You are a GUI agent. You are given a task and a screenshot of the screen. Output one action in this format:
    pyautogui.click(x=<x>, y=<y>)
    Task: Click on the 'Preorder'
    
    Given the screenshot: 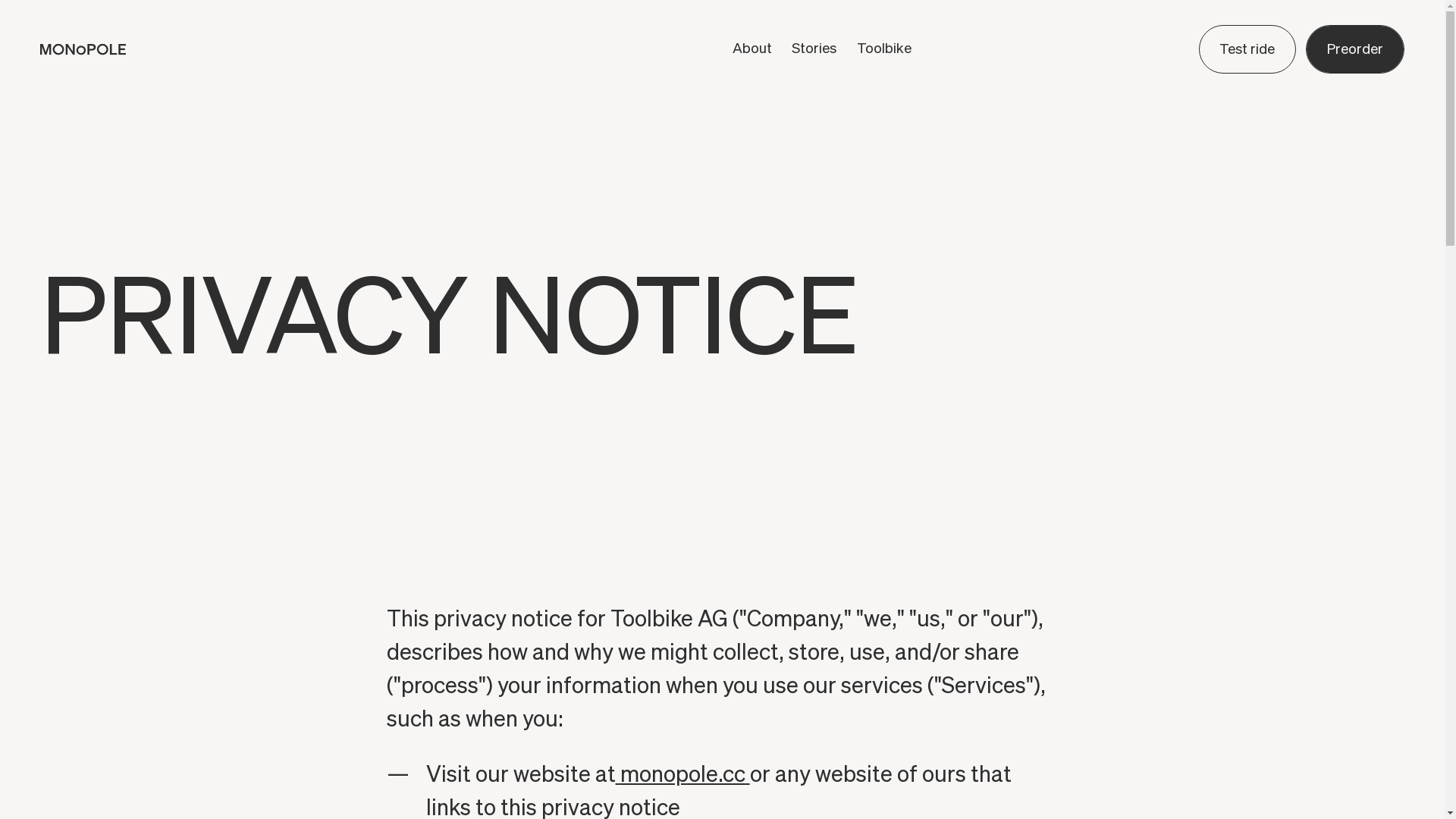 What is the action you would take?
    pyautogui.click(x=1305, y=49)
    